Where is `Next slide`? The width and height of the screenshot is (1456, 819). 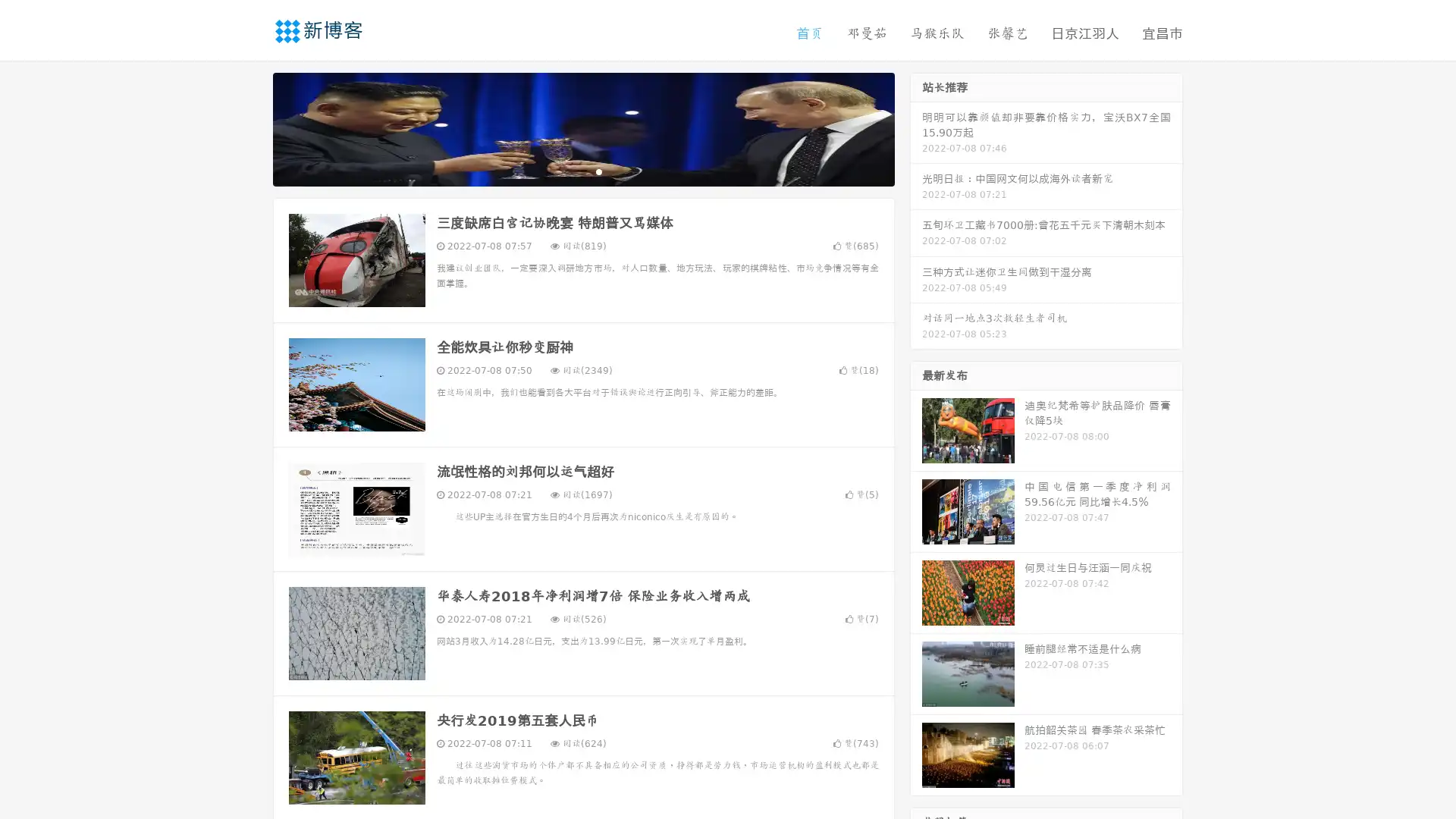 Next slide is located at coordinates (916, 127).